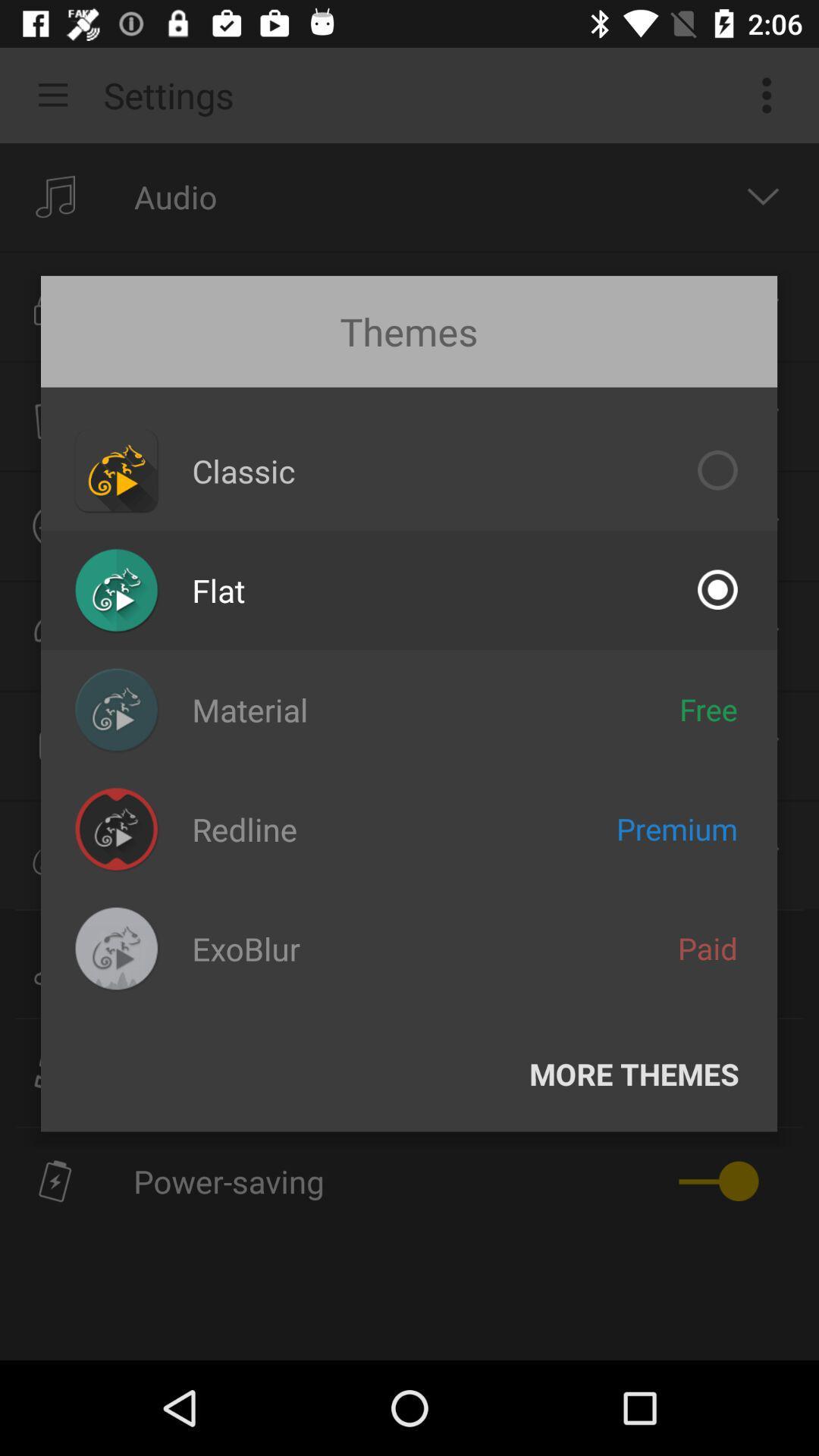 This screenshot has height=1456, width=819. What do you see at coordinates (249, 709) in the screenshot?
I see `the icon next to free item` at bounding box center [249, 709].